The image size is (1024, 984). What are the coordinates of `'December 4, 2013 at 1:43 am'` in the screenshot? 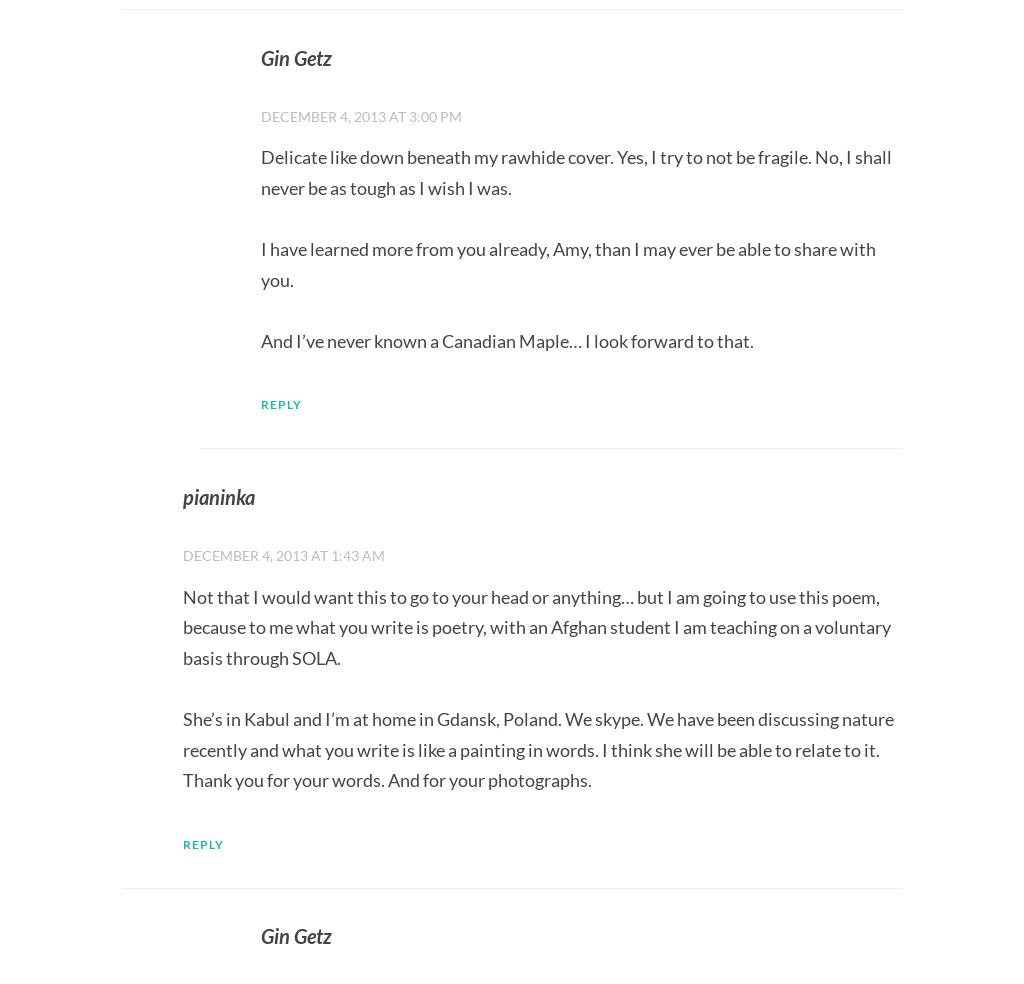 It's located at (283, 553).